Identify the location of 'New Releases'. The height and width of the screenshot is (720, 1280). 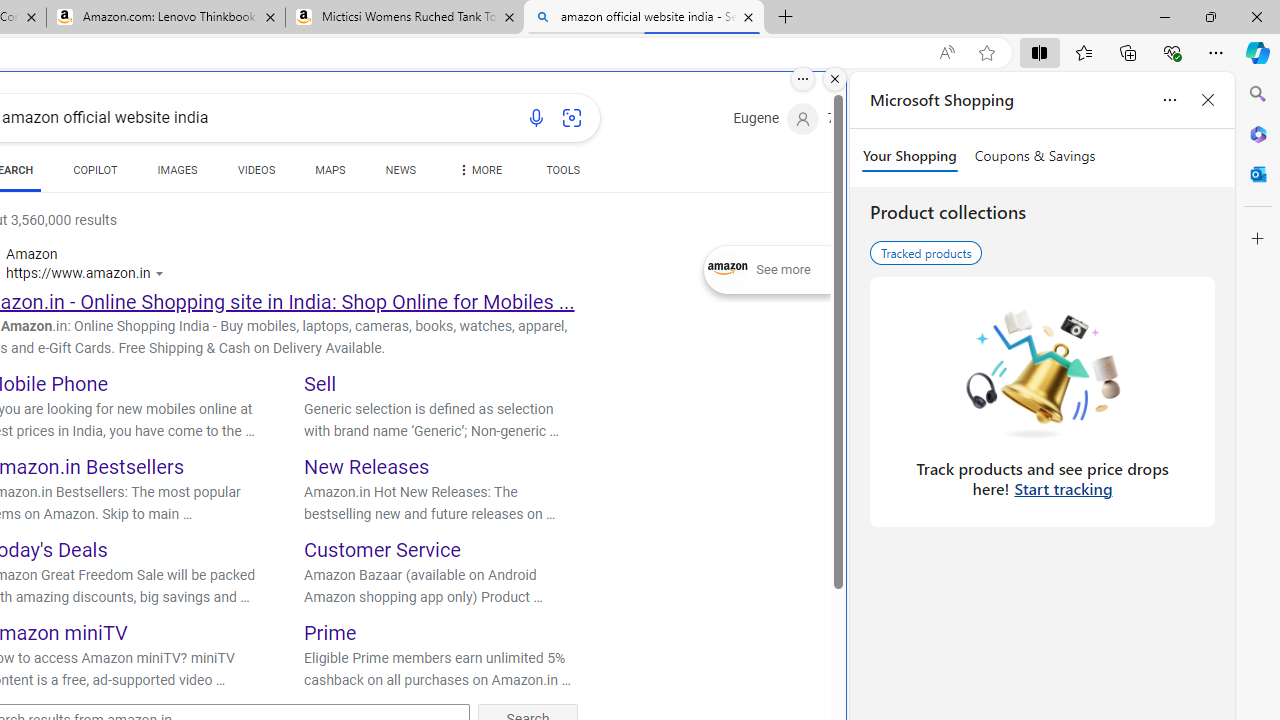
(367, 466).